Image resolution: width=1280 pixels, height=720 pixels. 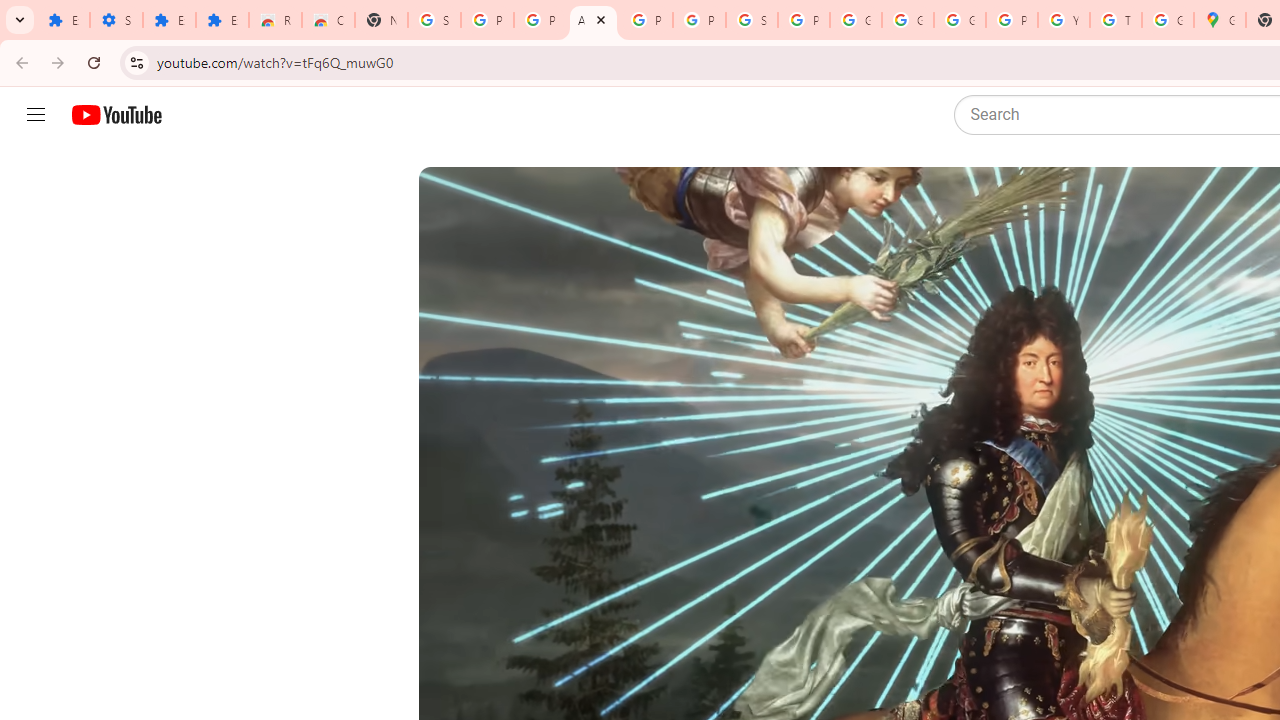 I want to click on 'Google Maps', so click(x=1218, y=20).